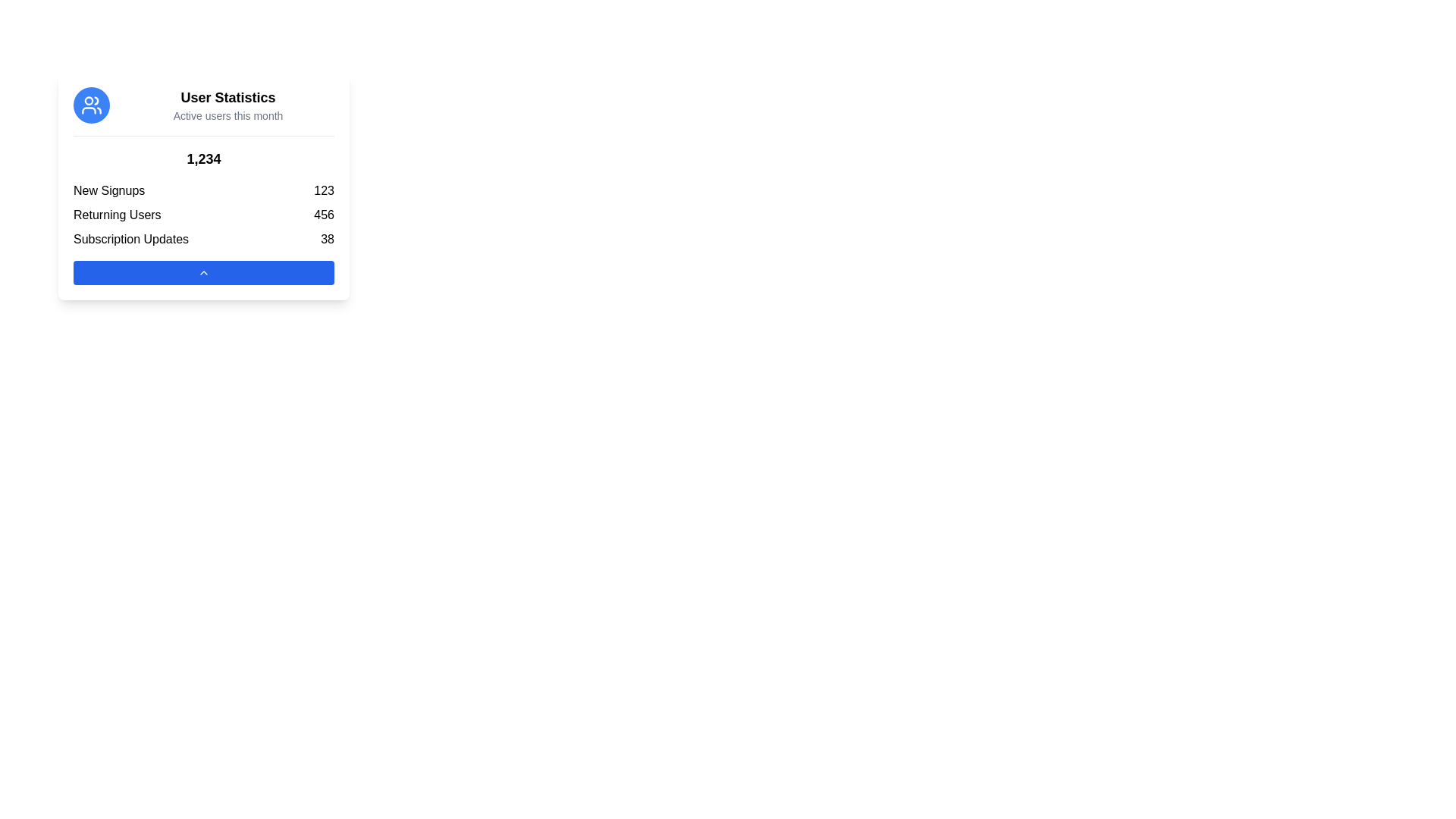  What do you see at coordinates (90, 104) in the screenshot?
I see `the circular blue icon with a white user group symbol located at the top-left corner of the 'User Statistics' section` at bounding box center [90, 104].